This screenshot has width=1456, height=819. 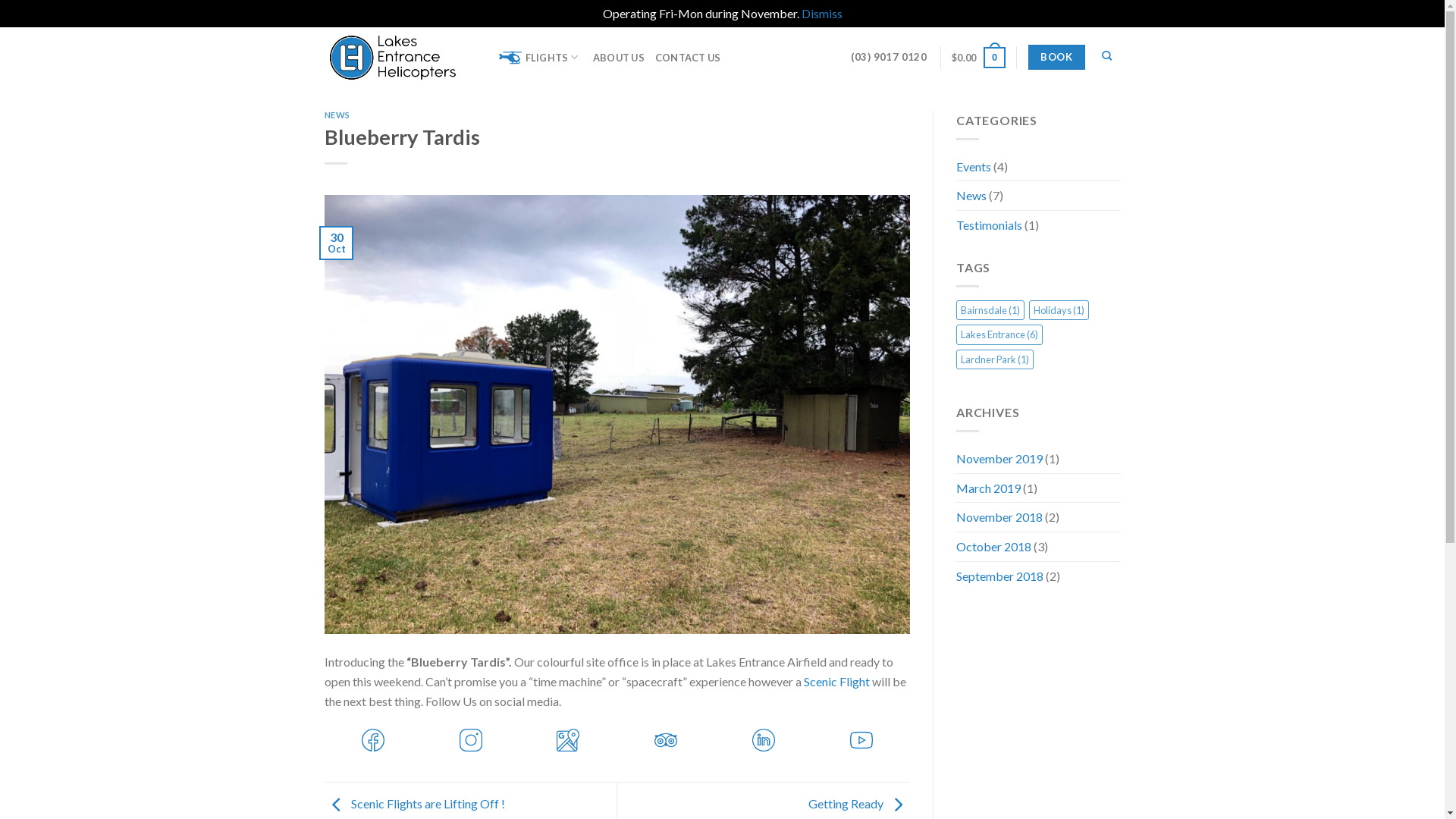 I want to click on 'Facebook', so click(x=373, y=738).